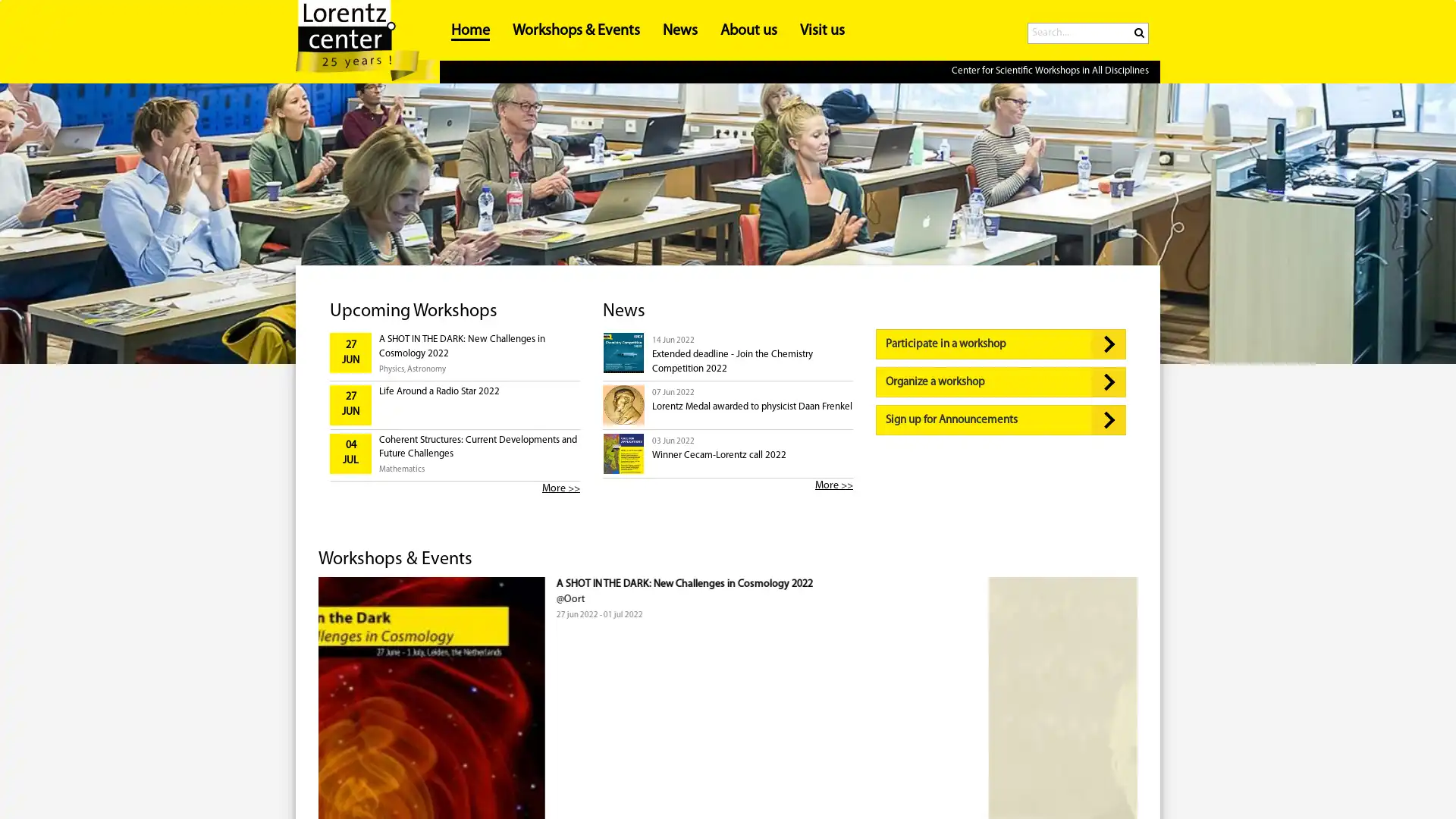 The height and width of the screenshot is (819, 1456). Describe the element at coordinates (1001, 381) in the screenshot. I see `Organize a workshop` at that location.